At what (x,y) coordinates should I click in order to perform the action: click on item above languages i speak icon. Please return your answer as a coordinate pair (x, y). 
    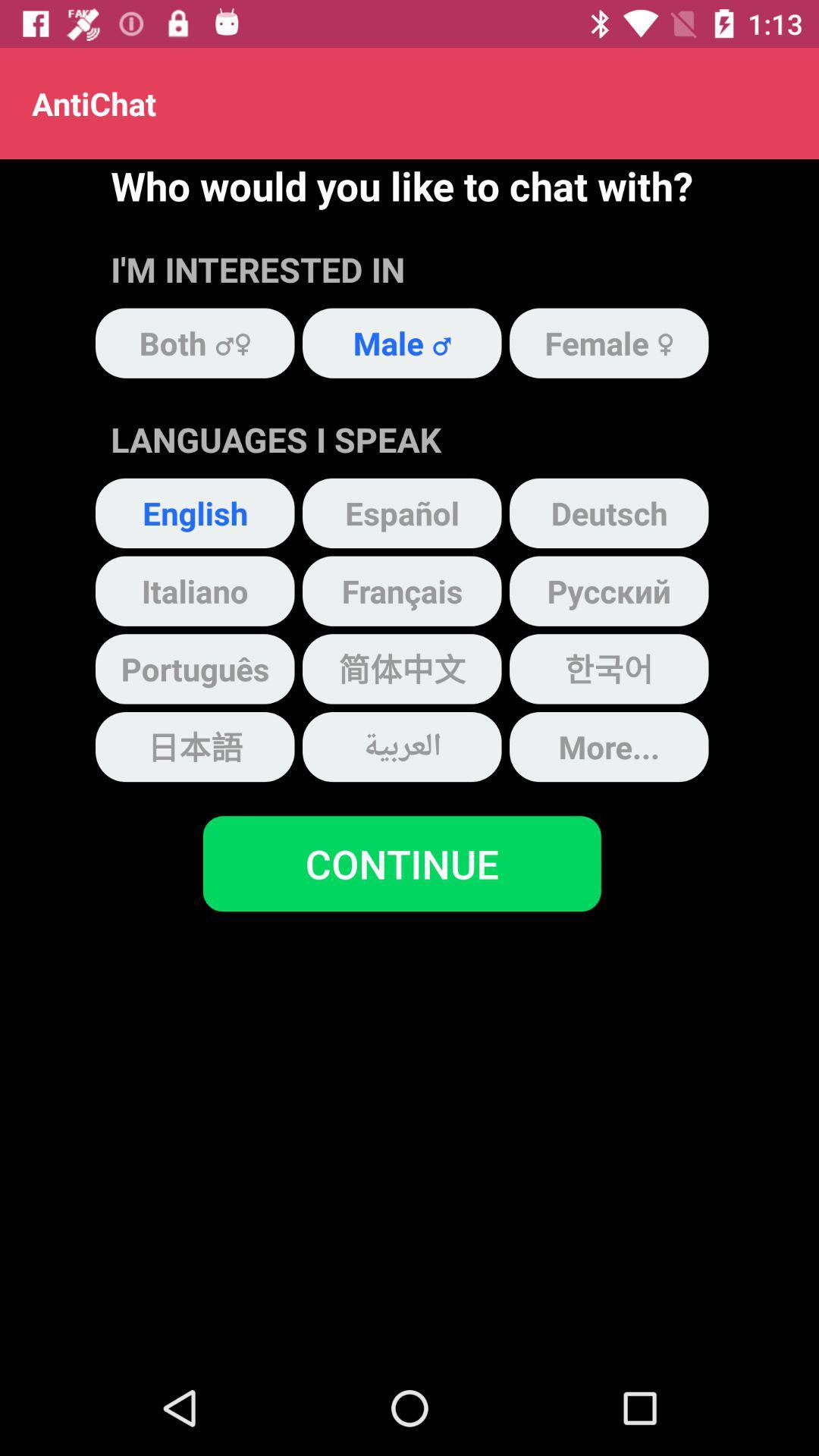
    Looking at the image, I should click on (401, 342).